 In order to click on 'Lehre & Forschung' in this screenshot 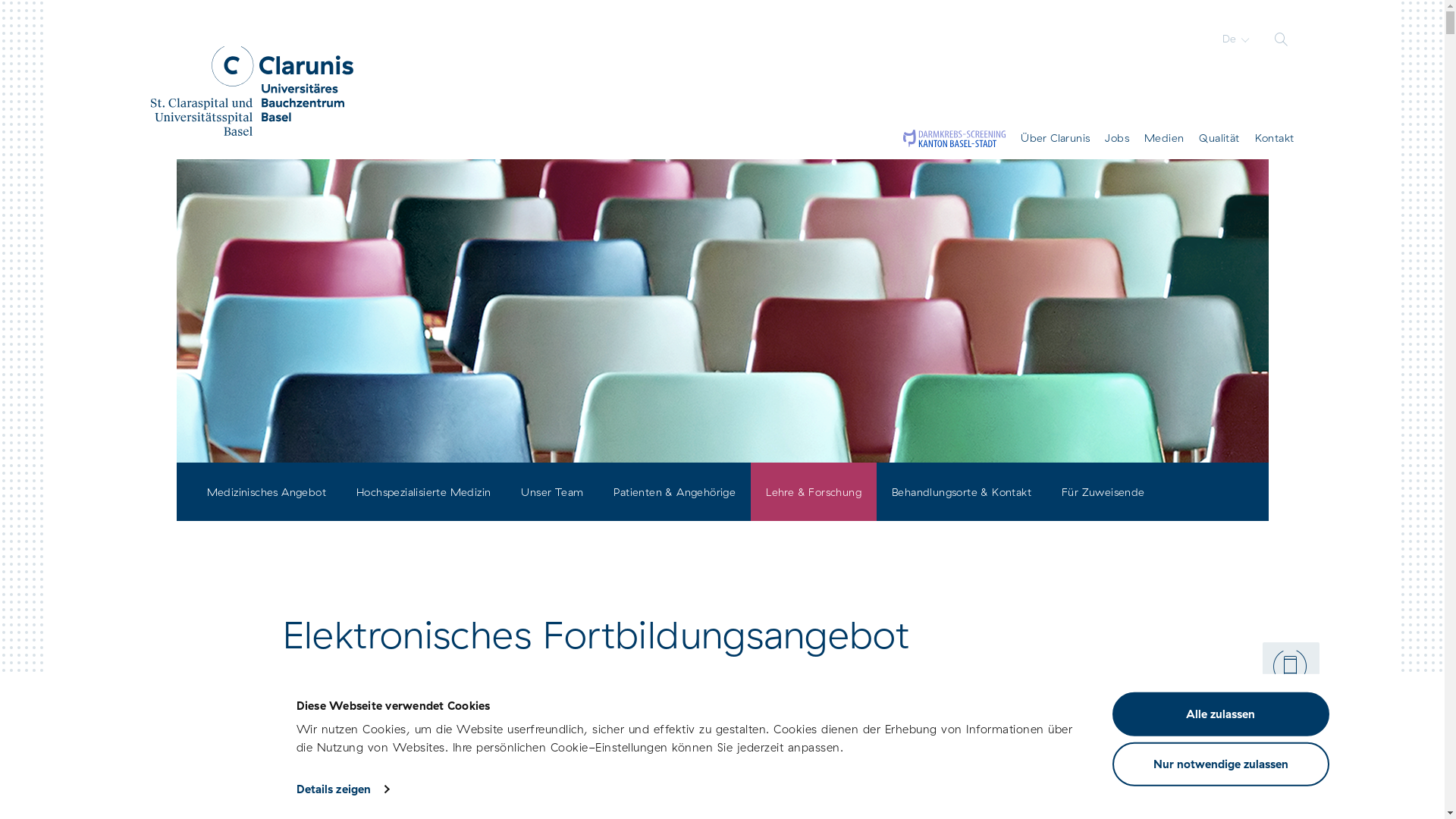, I will do `click(813, 491)`.